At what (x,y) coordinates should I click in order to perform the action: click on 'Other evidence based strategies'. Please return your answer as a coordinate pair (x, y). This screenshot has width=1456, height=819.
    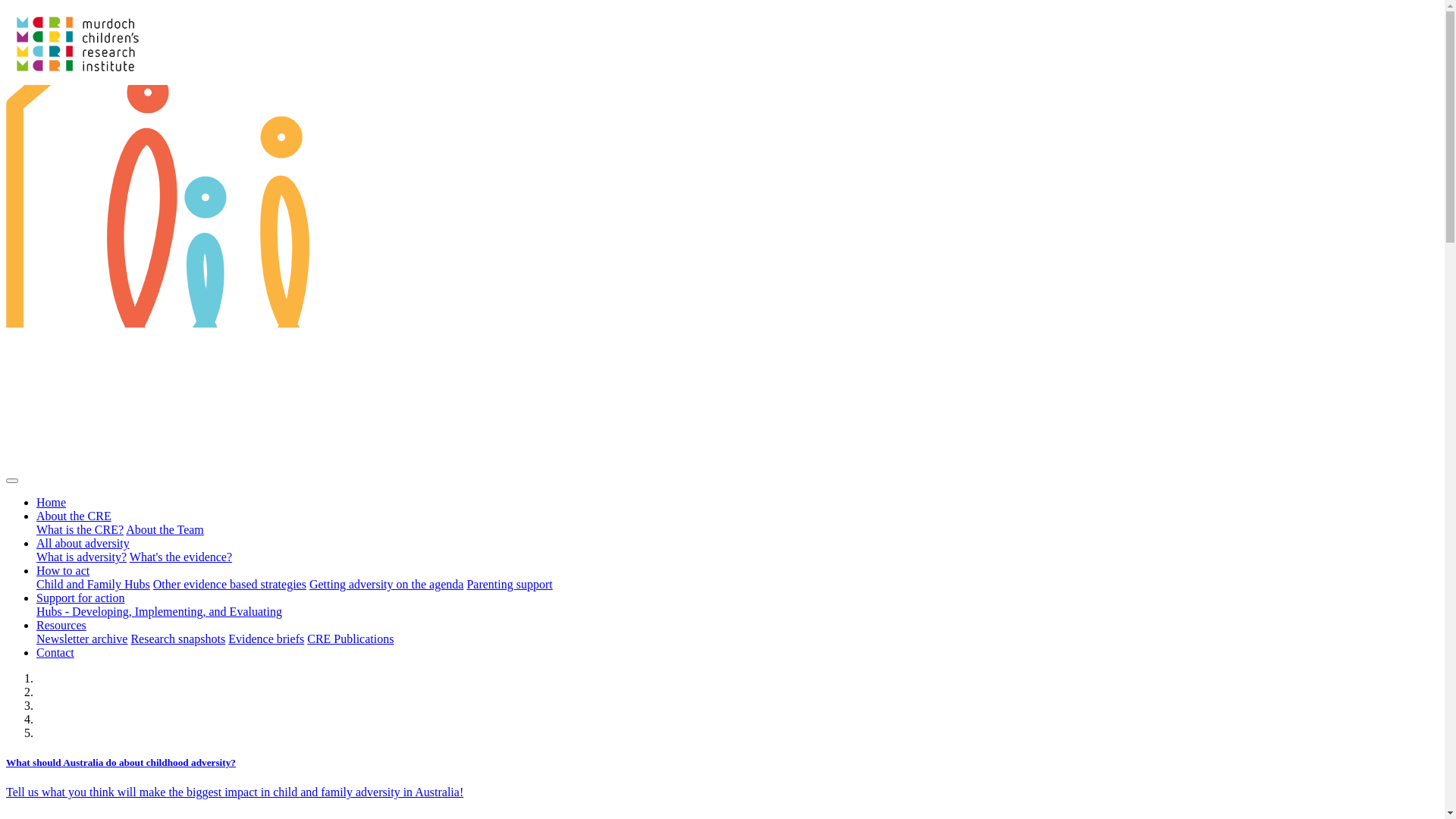
    Looking at the image, I should click on (228, 583).